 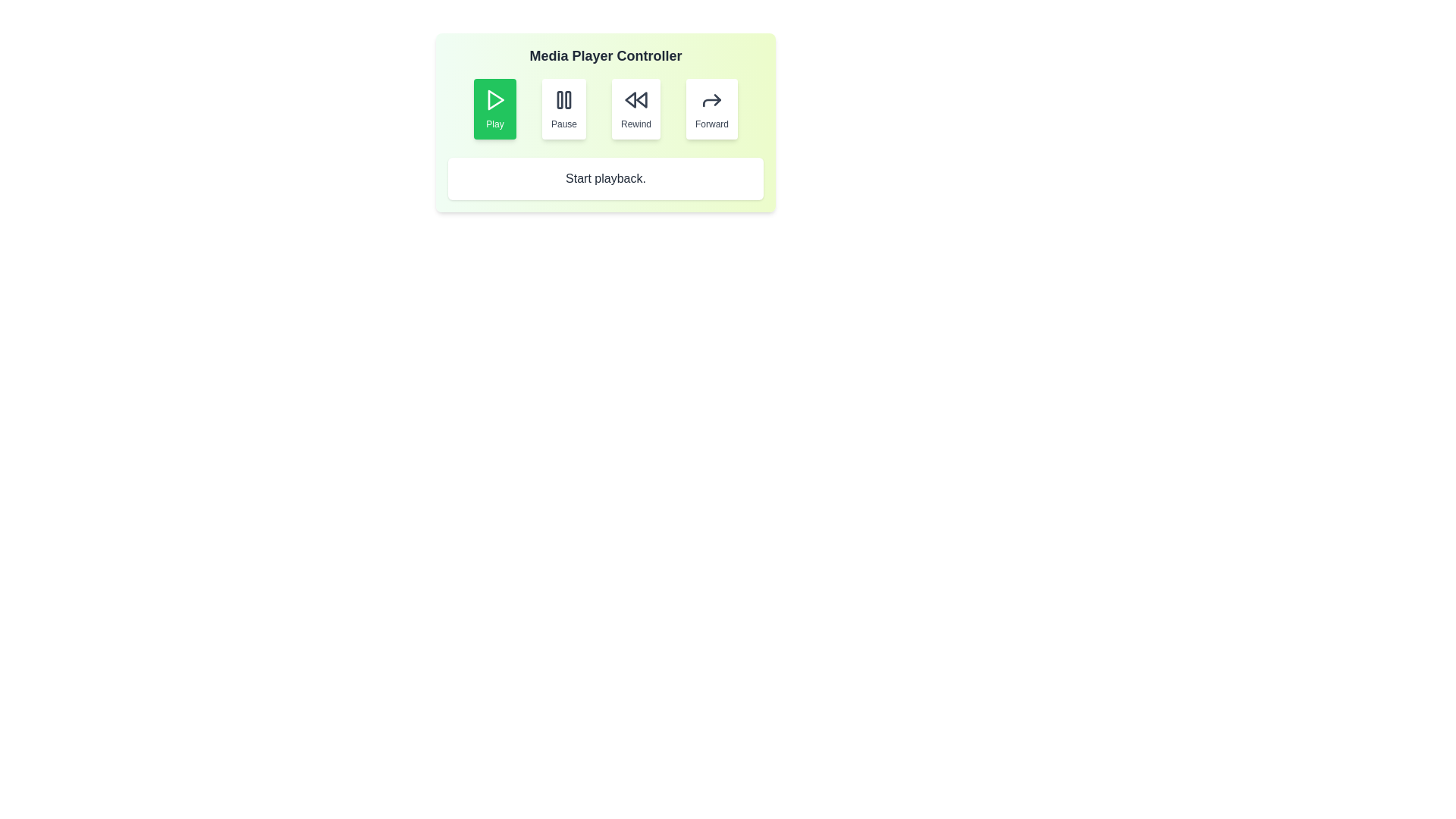 I want to click on the Play button to perform the corresponding playback action, so click(x=494, y=108).